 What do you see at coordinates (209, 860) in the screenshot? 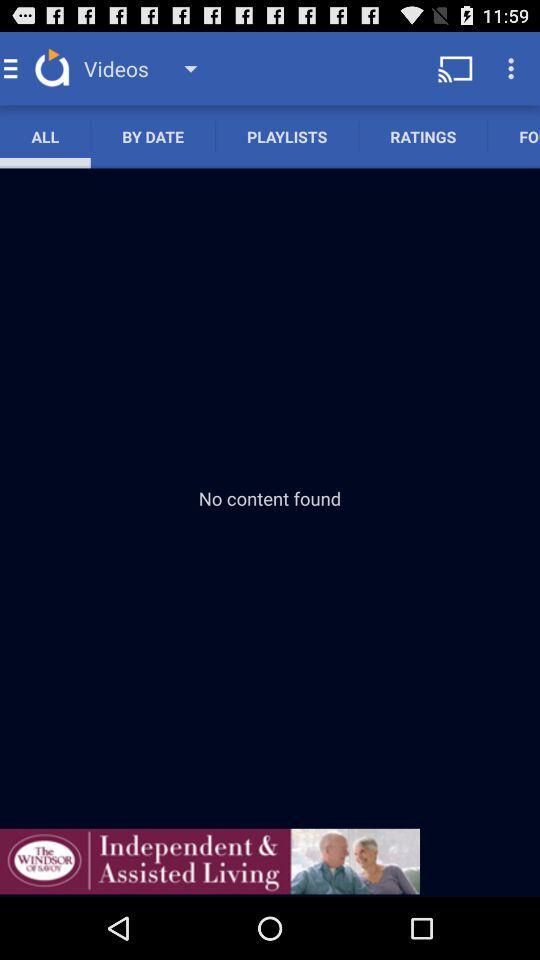
I see `for adverisment` at bounding box center [209, 860].